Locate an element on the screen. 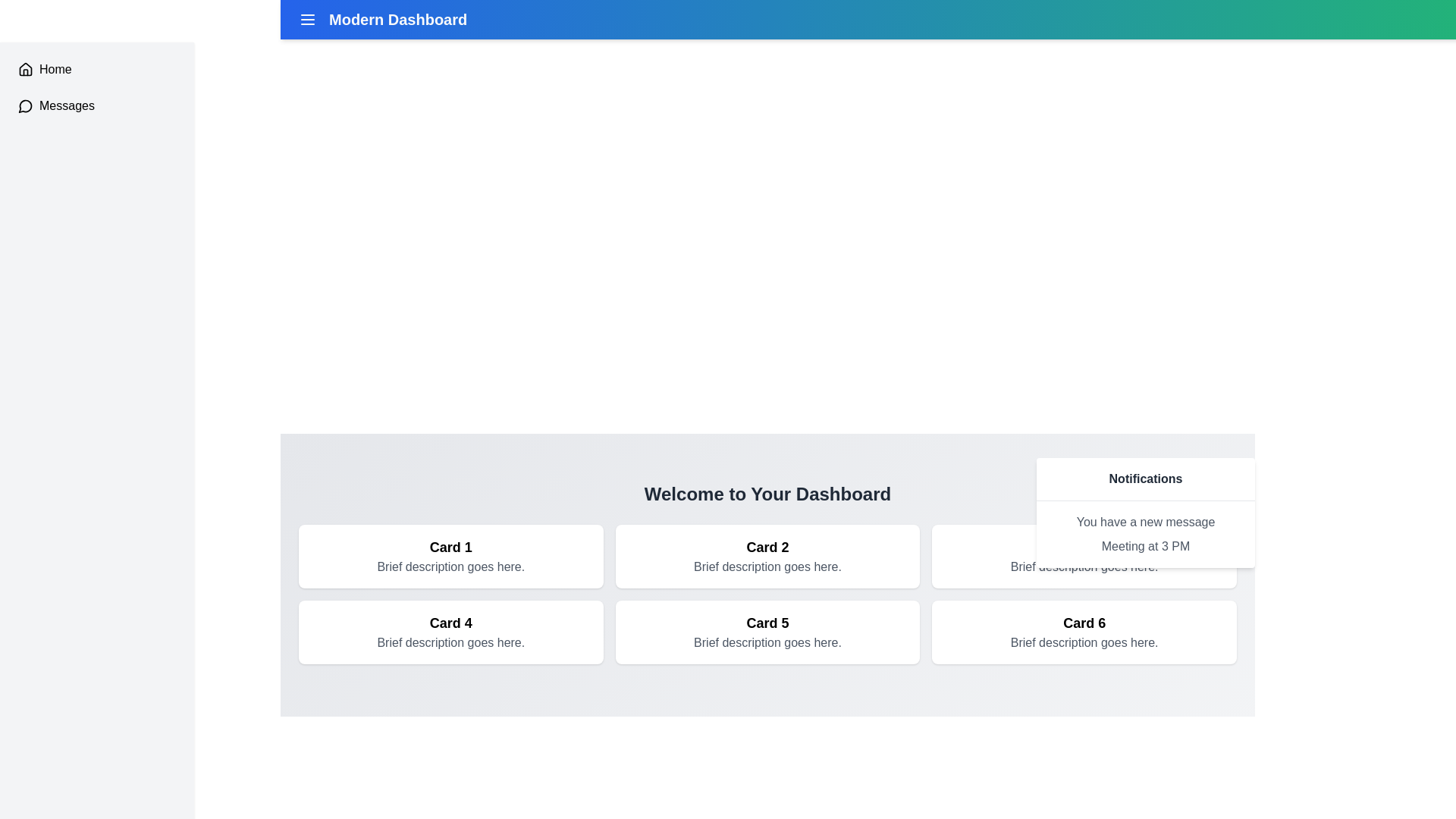  the notification message indicating a new message, positioned at the top of the notifications list on the right side of the dashboard is located at coordinates (1146, 522).